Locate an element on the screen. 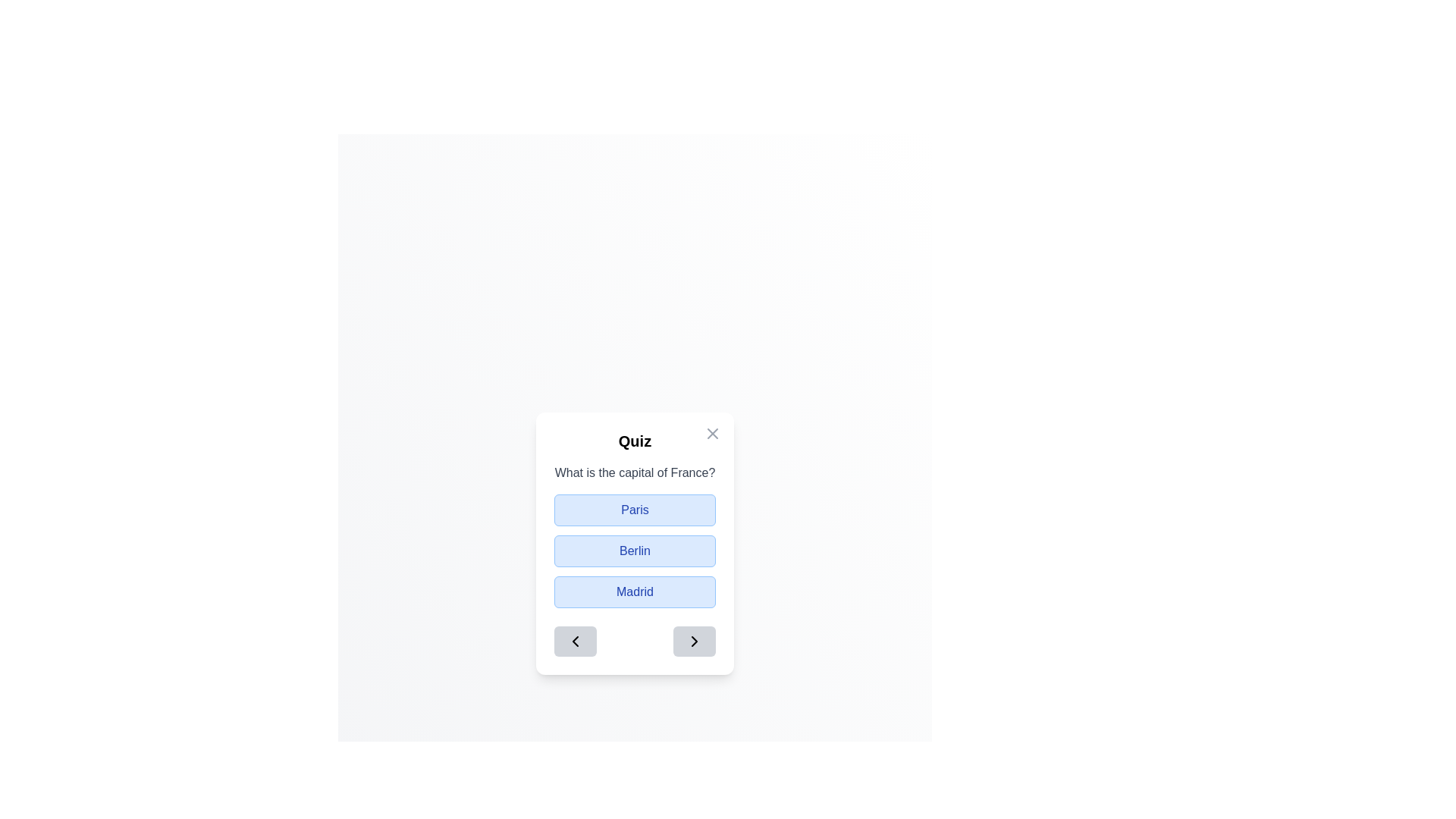  the left-pointing chevron arrow icon located inside a square button in the lower-left area of the dialog box is located at coordinates (574, 641).